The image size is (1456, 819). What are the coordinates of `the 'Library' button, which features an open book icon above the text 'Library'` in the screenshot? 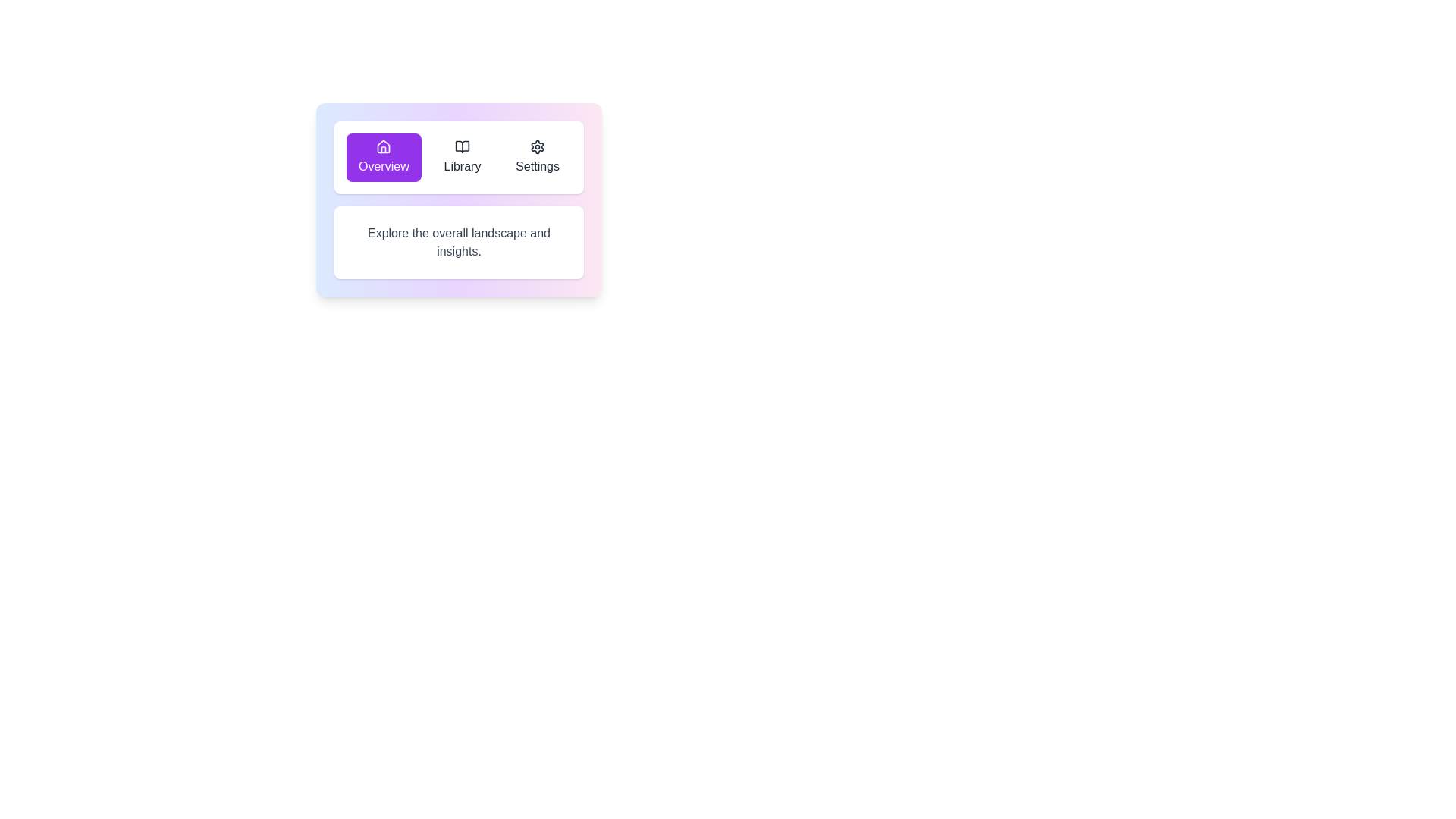 It's located at (461, 158).